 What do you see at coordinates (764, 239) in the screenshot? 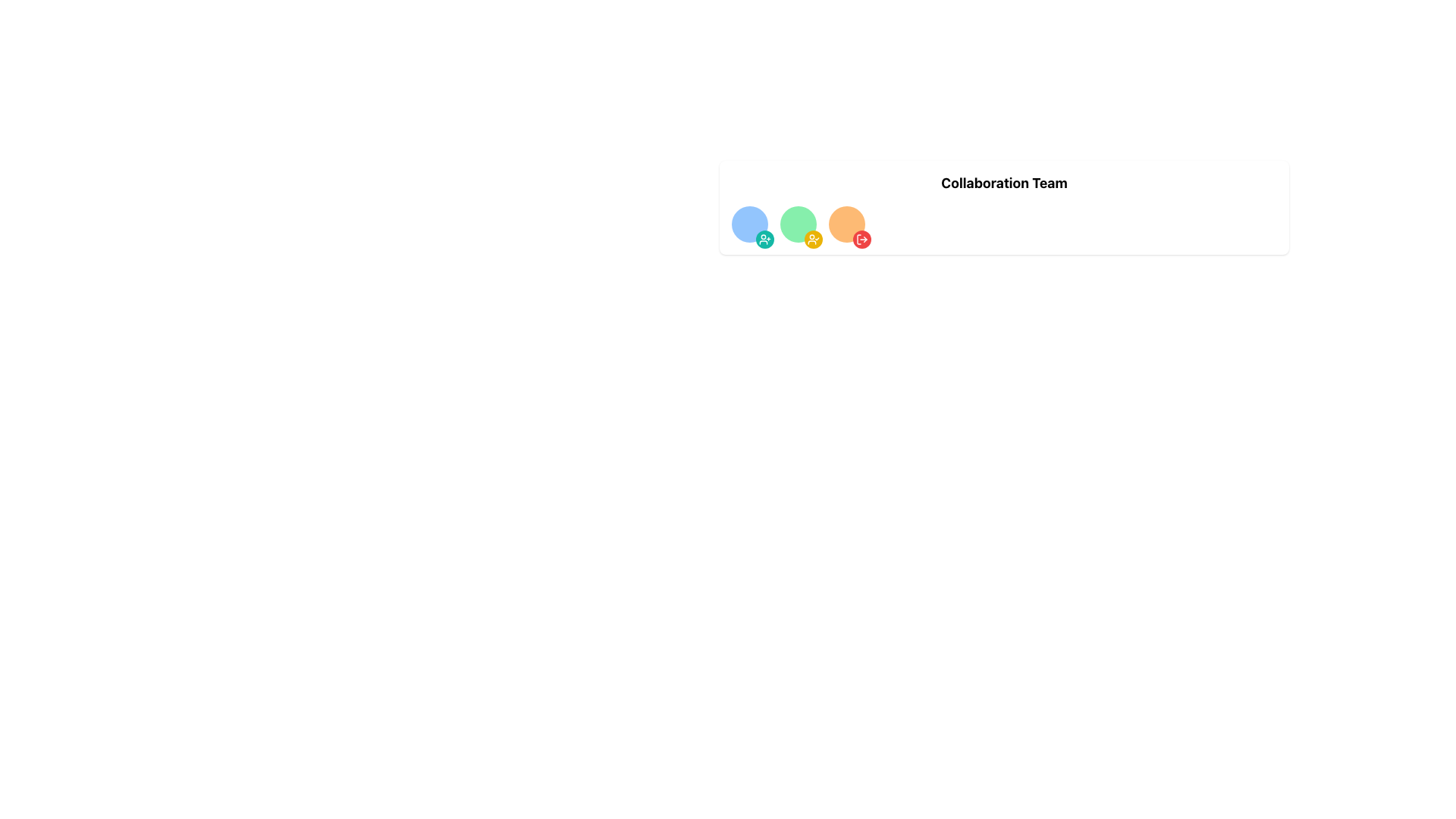
I see `the small circular button with a teal background and a white user-plus icon` at bounding box center [764, 239].